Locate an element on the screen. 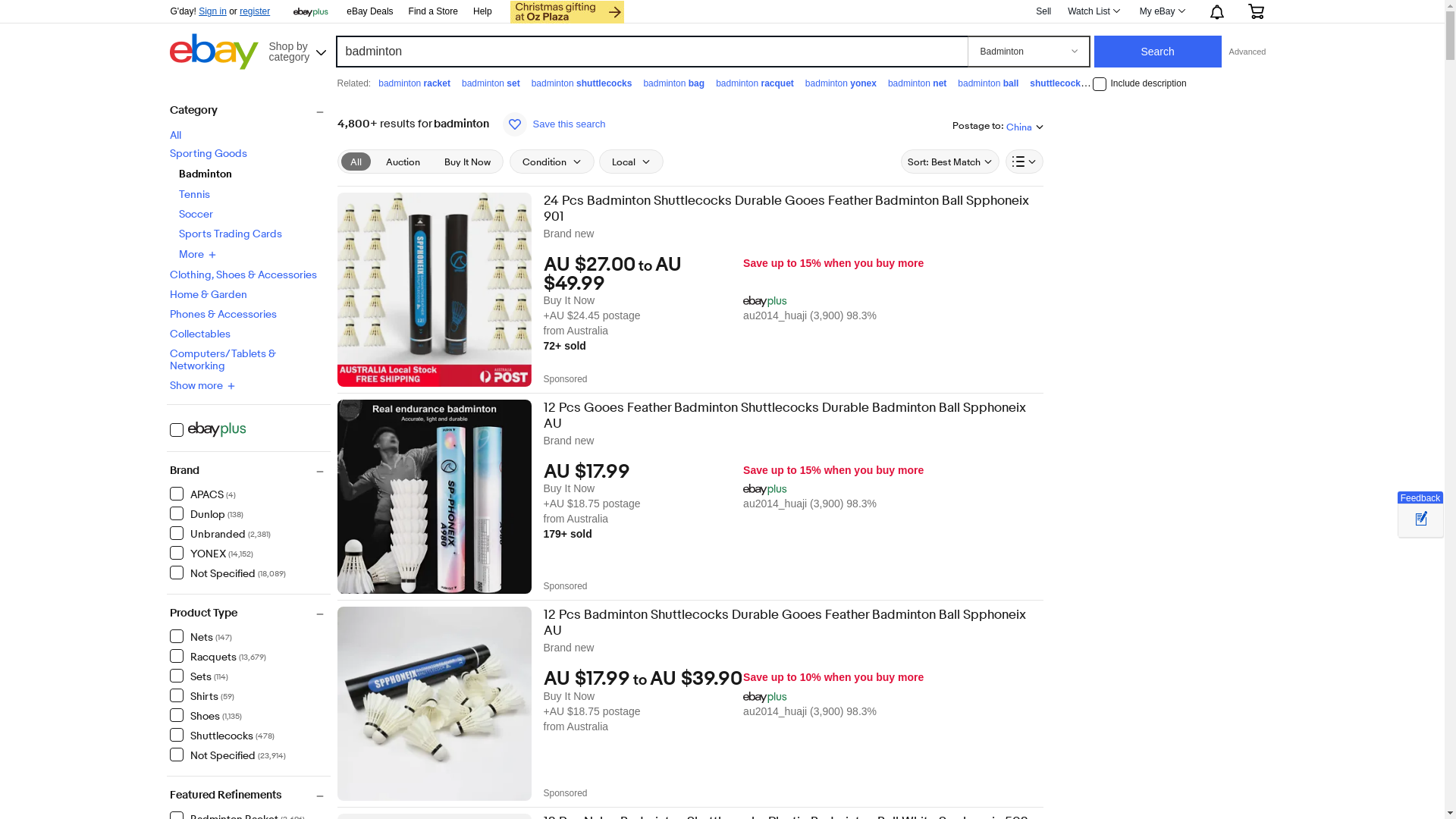  'Show more' is located at coordinates (202, 385).